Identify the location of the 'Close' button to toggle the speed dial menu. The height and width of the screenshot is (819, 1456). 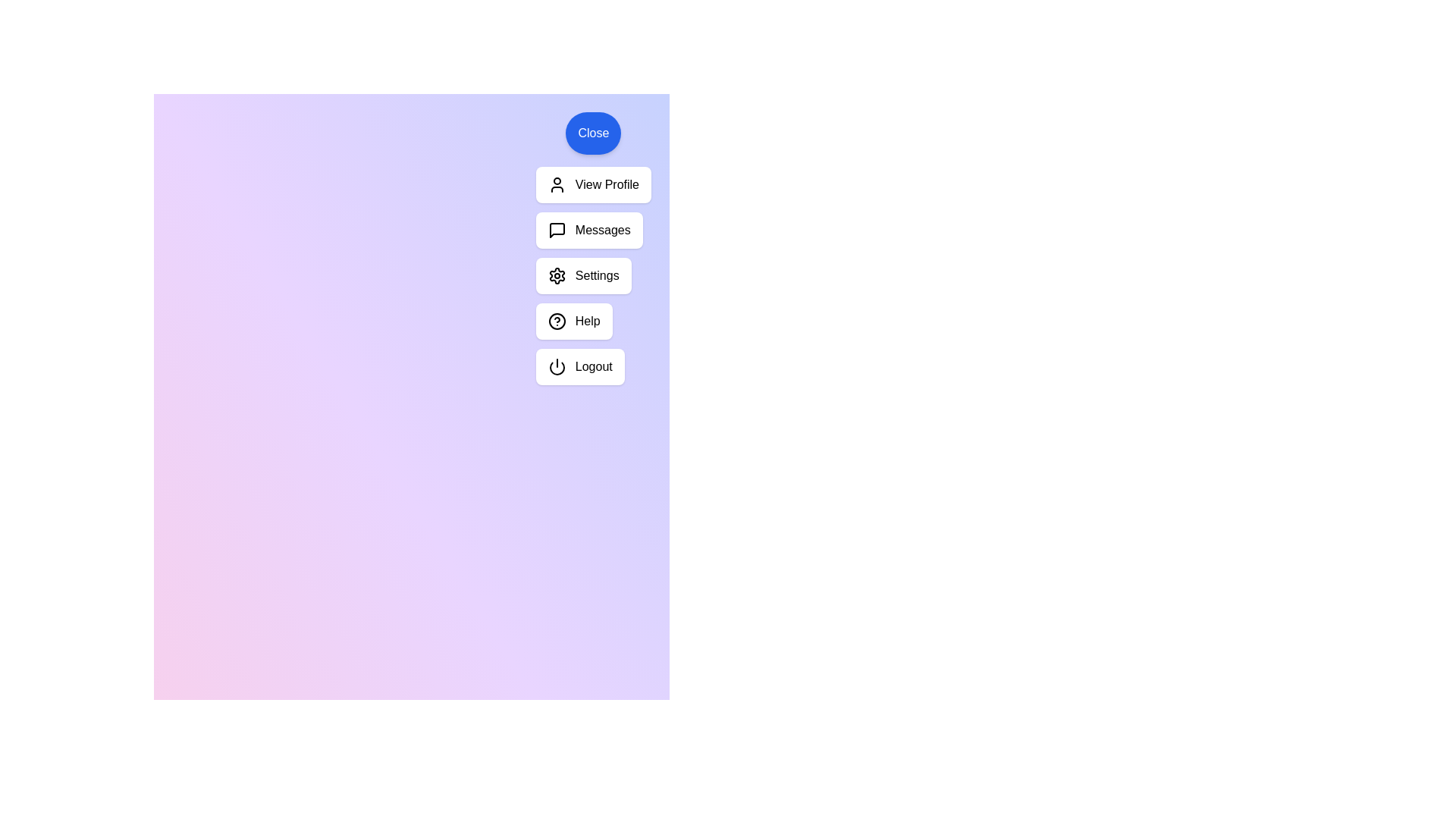
(592, 133).